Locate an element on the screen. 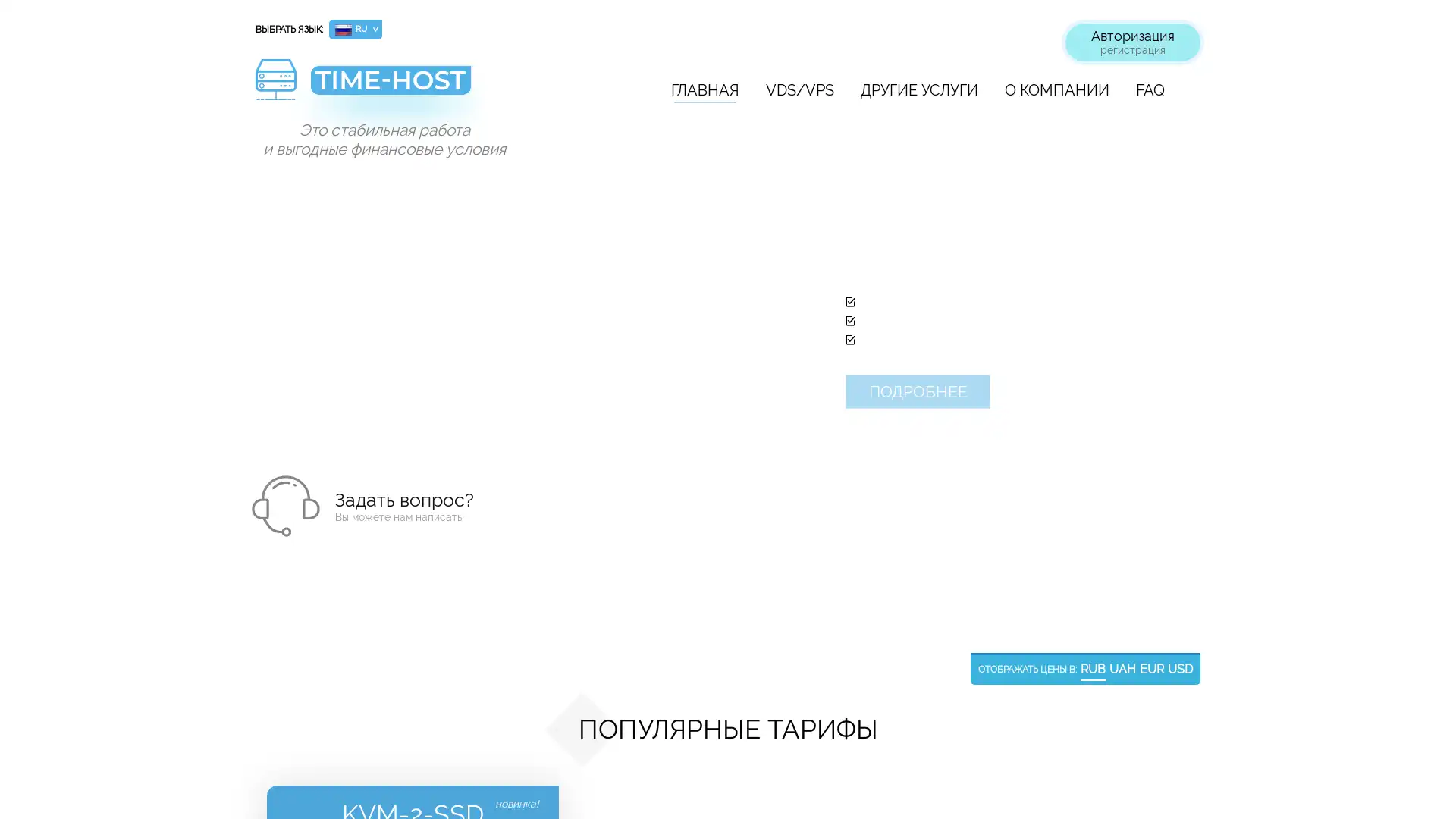  RUB is located at coordinates (1093, 669).